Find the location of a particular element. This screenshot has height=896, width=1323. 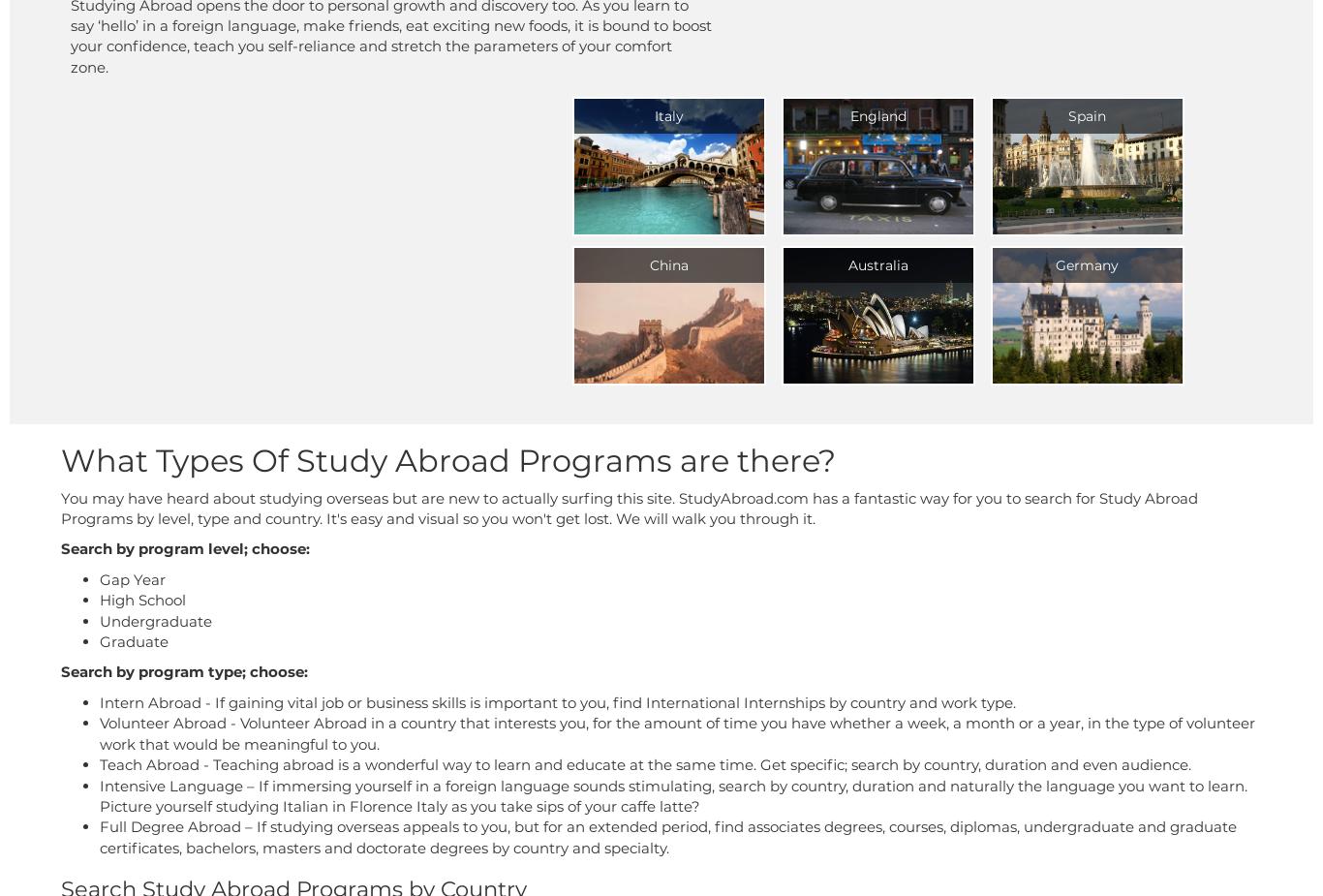

'Teach Abroad' is located at coordinates (150, 764).